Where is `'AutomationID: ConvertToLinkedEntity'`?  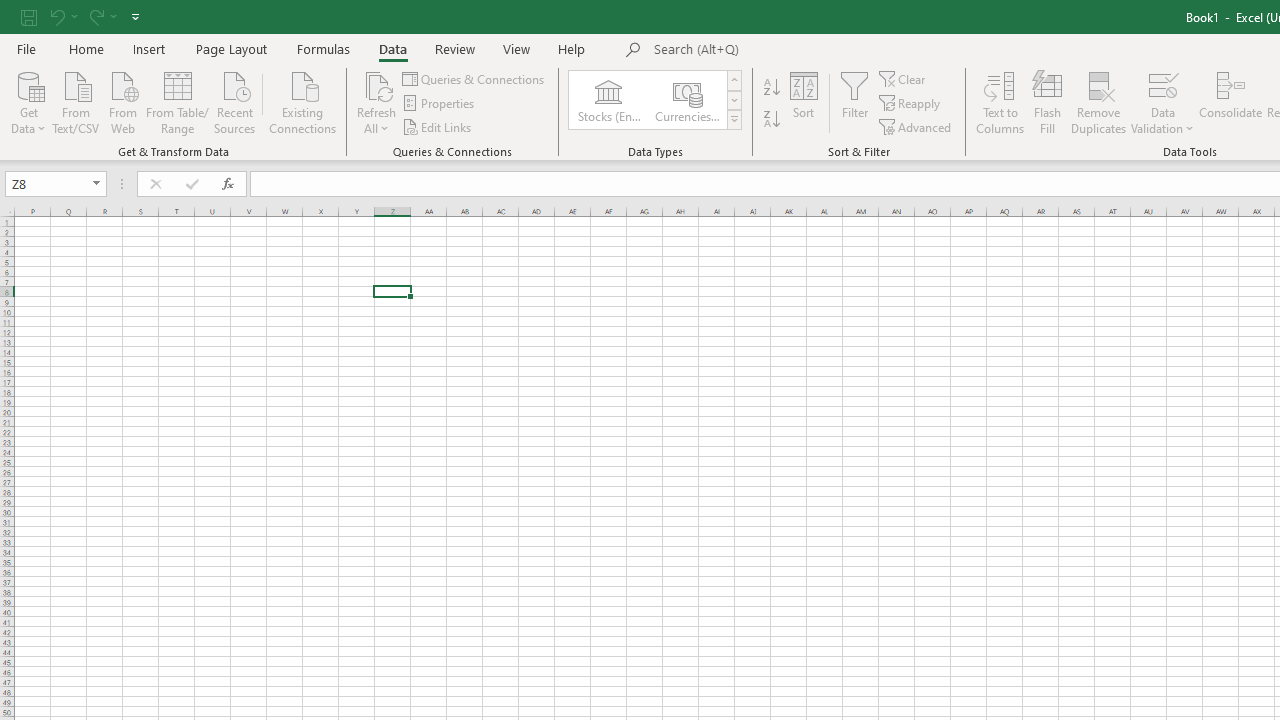
'AutomationID: ConvertToLinkedEntity' is located at coordinates (656, 100).